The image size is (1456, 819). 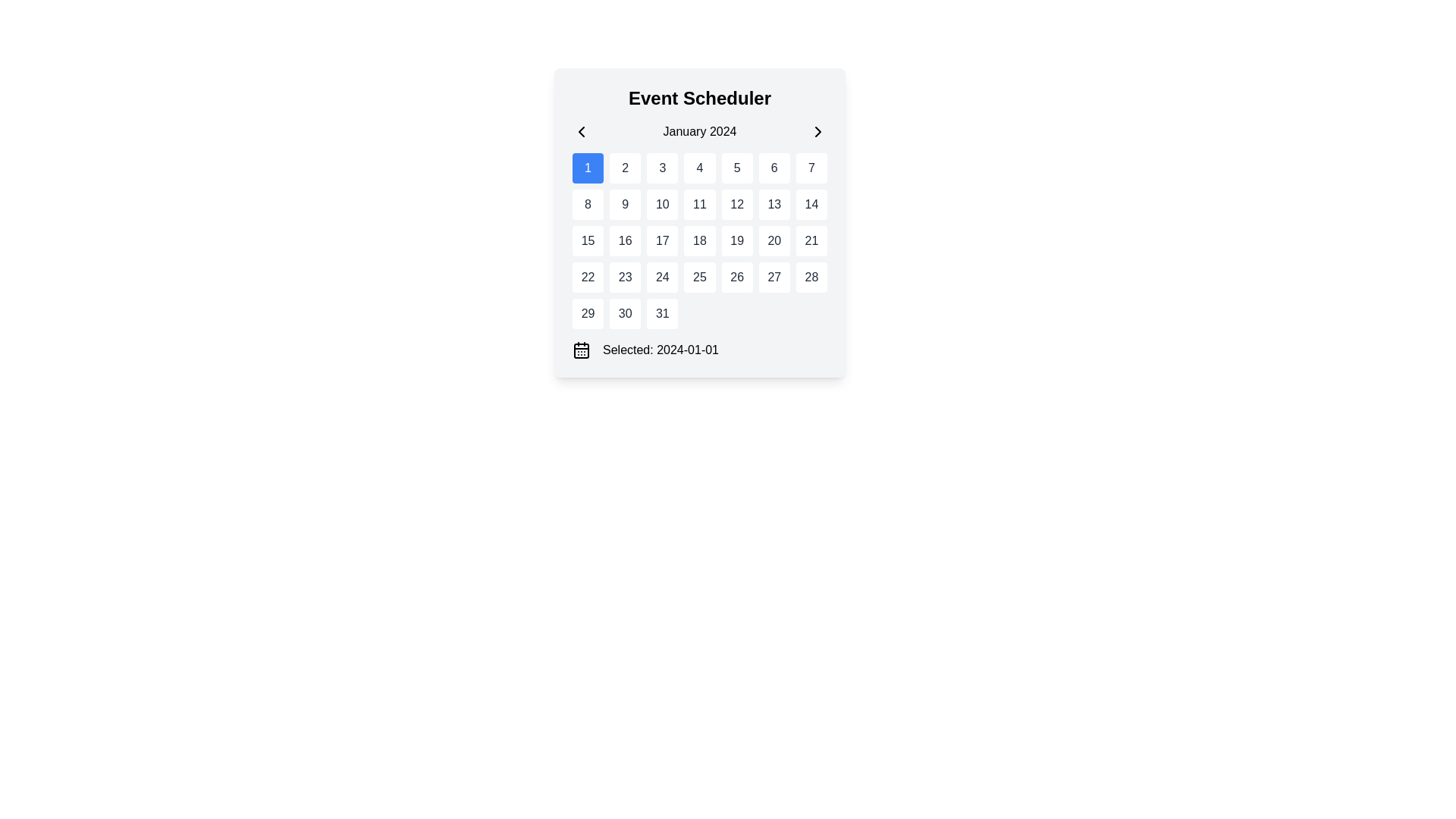 What do you see at coordinates (817, 130) in the screenshot?
I see `the navigation button (icon) for advancing to the next calendar month, located to the right of the 'January 2024' text in the calendar header` at bounding box center [817, 130].